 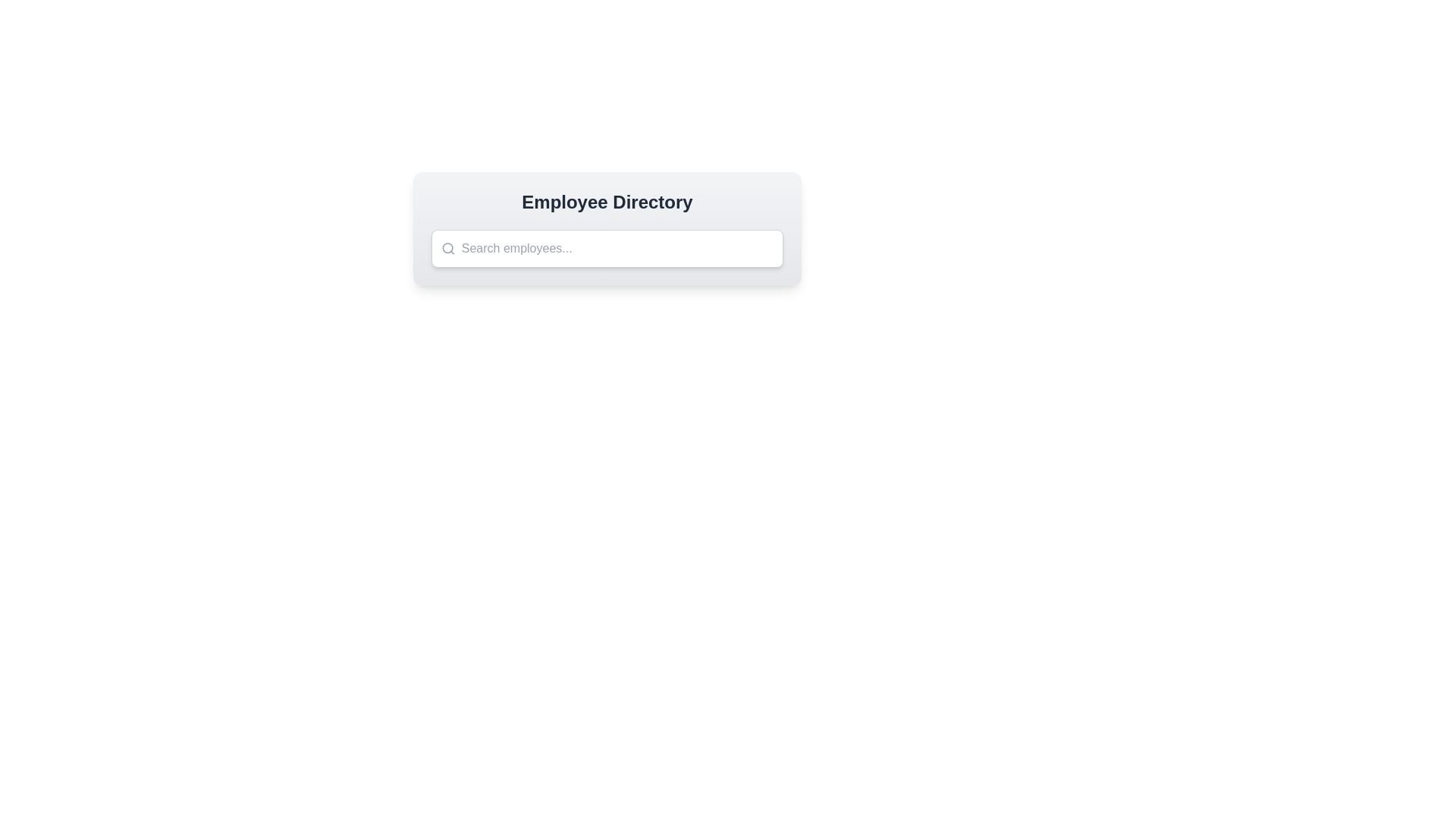 What do you see at coordinates (607, 201) in the screenshot?
I see `the 'Employee Directory' text header, which is styled in bold and large font and serves as the main title of the section` at bounding box center [607, 201].